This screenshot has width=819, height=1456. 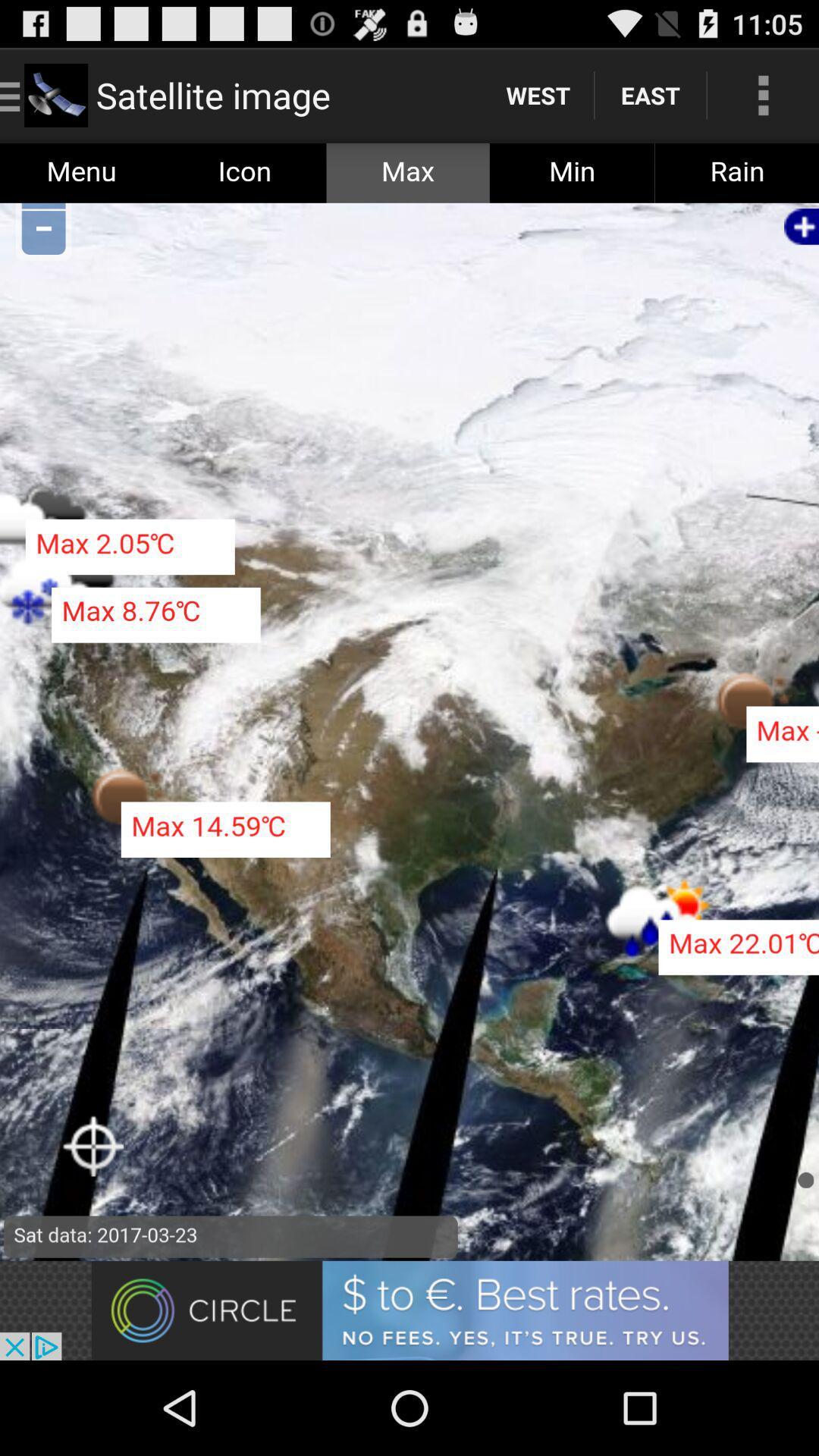 What do you see at coordinates (409, 1310) in the screenshot?
I see `showing advertisement` at bounding box center [409, 1310].